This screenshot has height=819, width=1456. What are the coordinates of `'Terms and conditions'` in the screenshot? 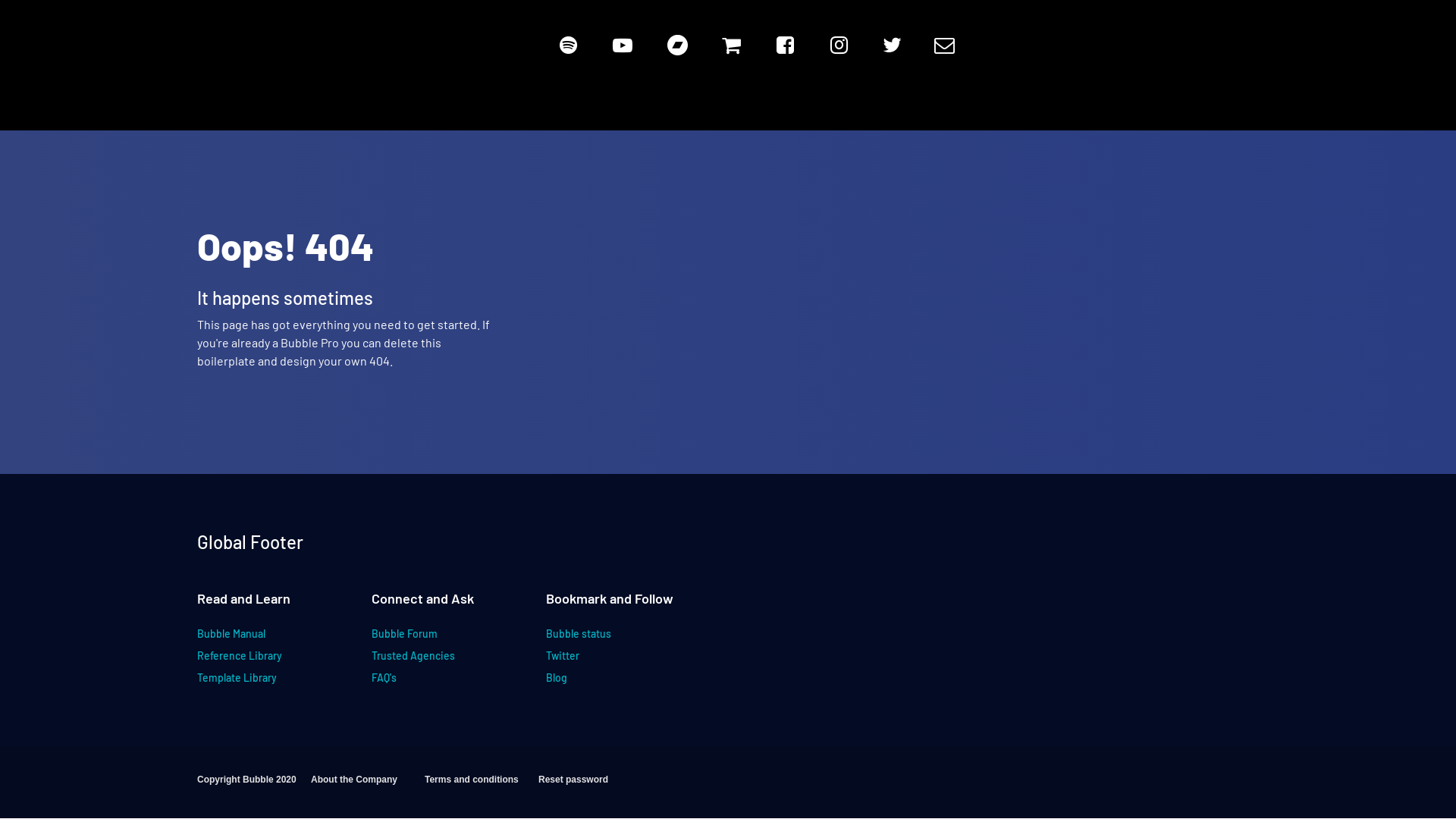 It's located at (480, 785).